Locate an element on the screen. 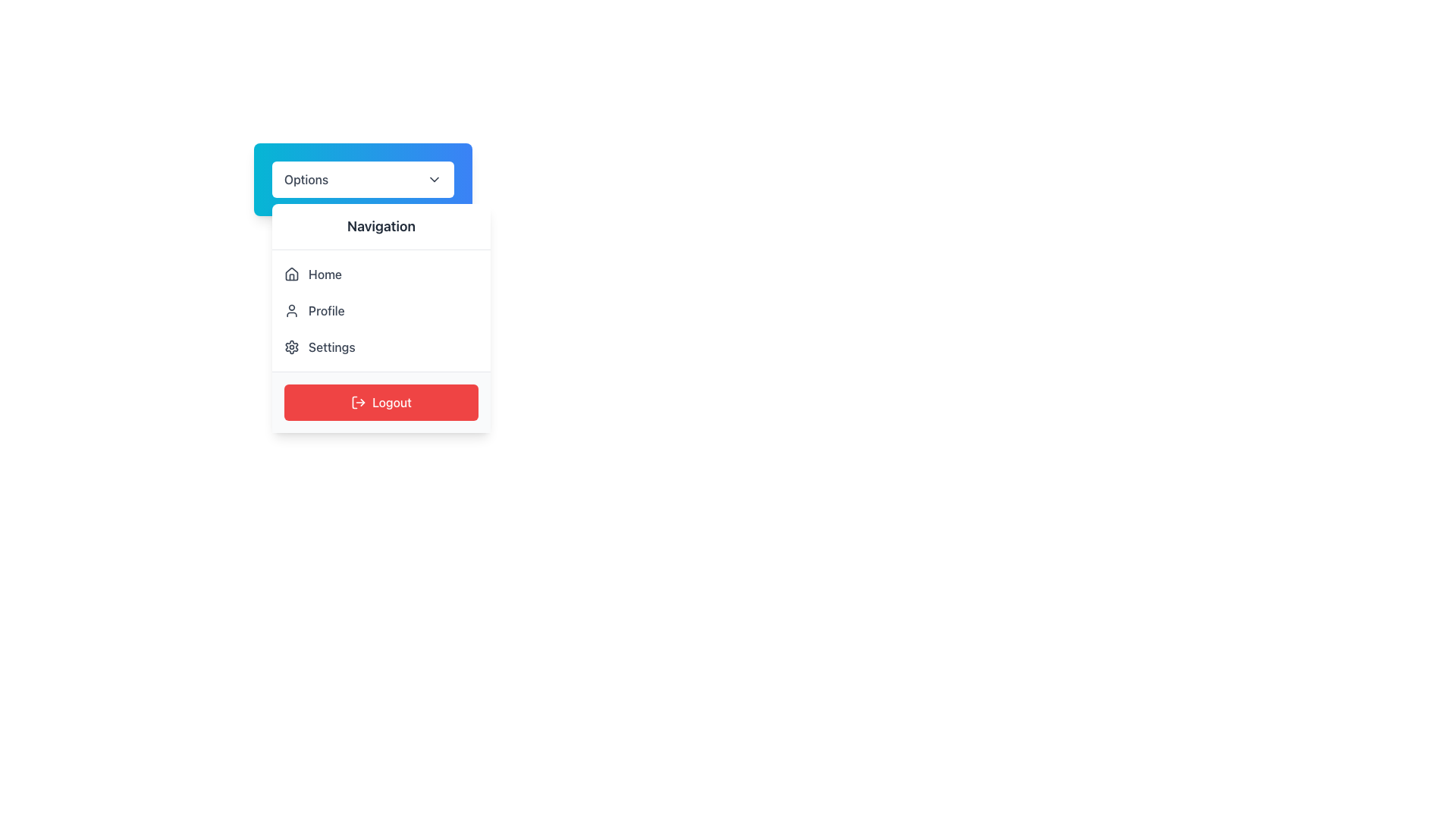 The image size is (1456, 819). the 'Profile' button in the navigation menu to observe the hover effect is located at coordinates (381, 309).